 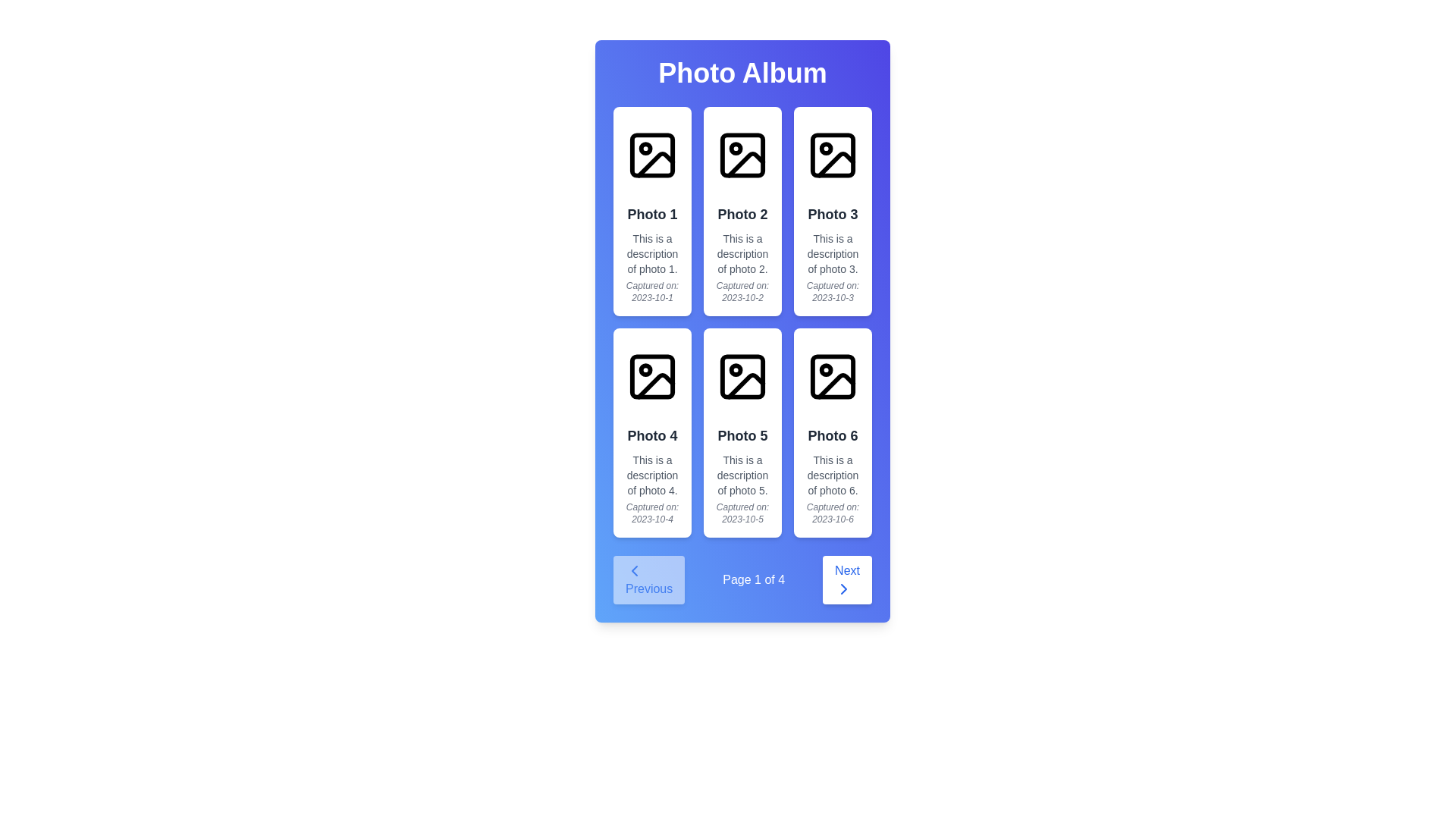 I want to click on the top-right card in the gallery, so click(x=832, y=211).